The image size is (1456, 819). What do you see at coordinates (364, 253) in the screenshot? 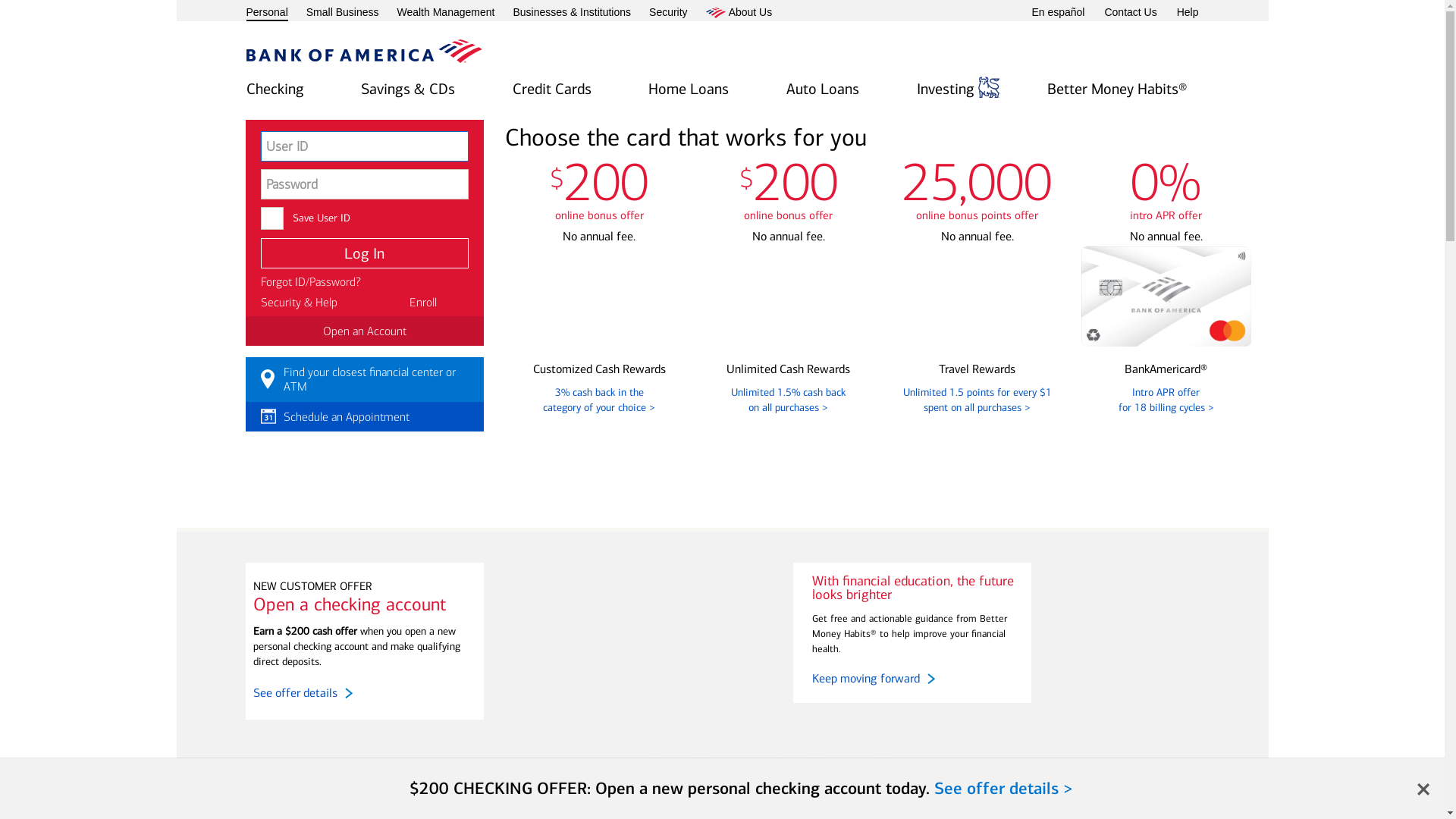
I see `'Log In'` at bounding box center [364, 253].